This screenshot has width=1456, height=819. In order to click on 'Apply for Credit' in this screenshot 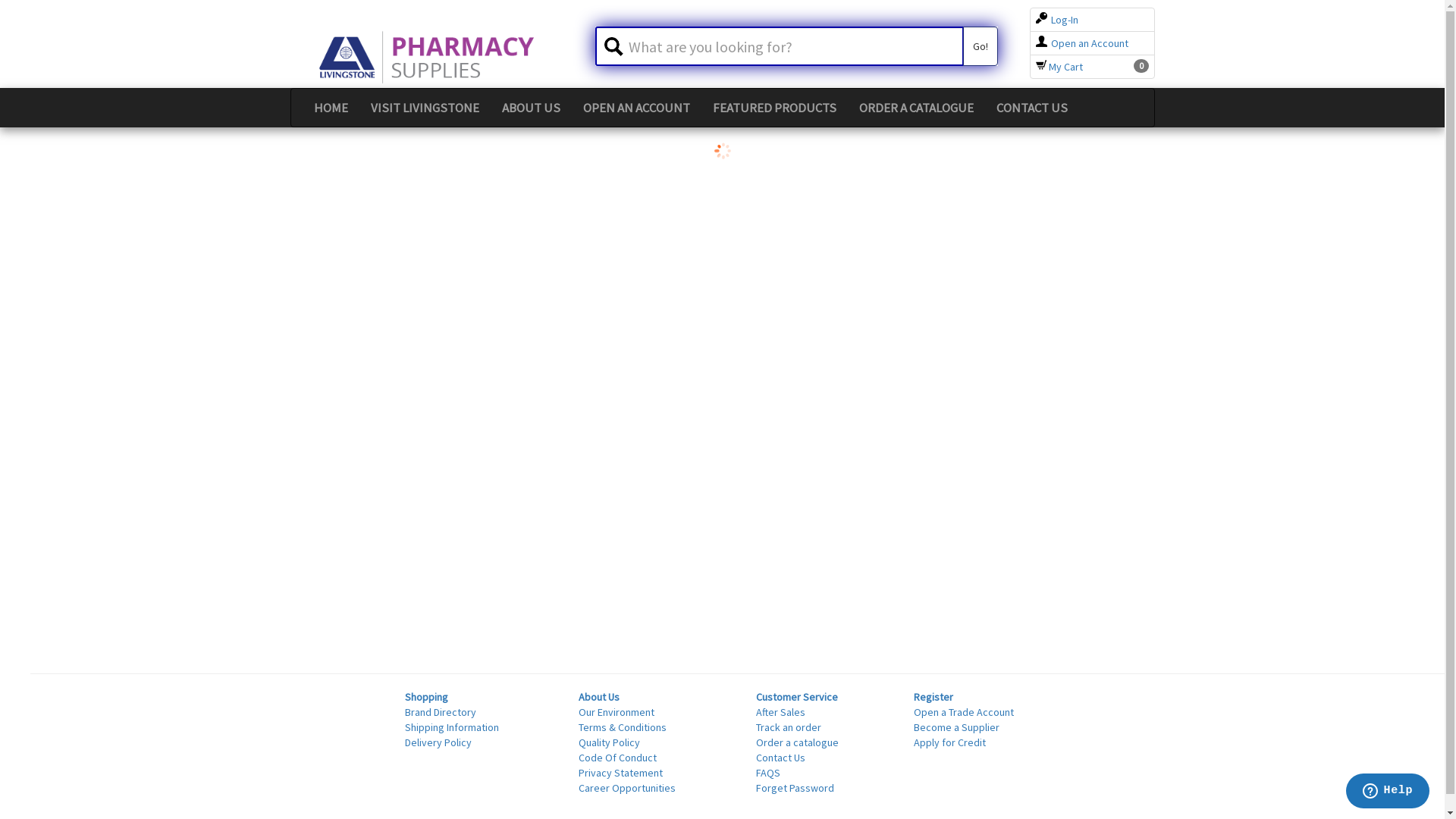, I will do `click(949, 742)`.